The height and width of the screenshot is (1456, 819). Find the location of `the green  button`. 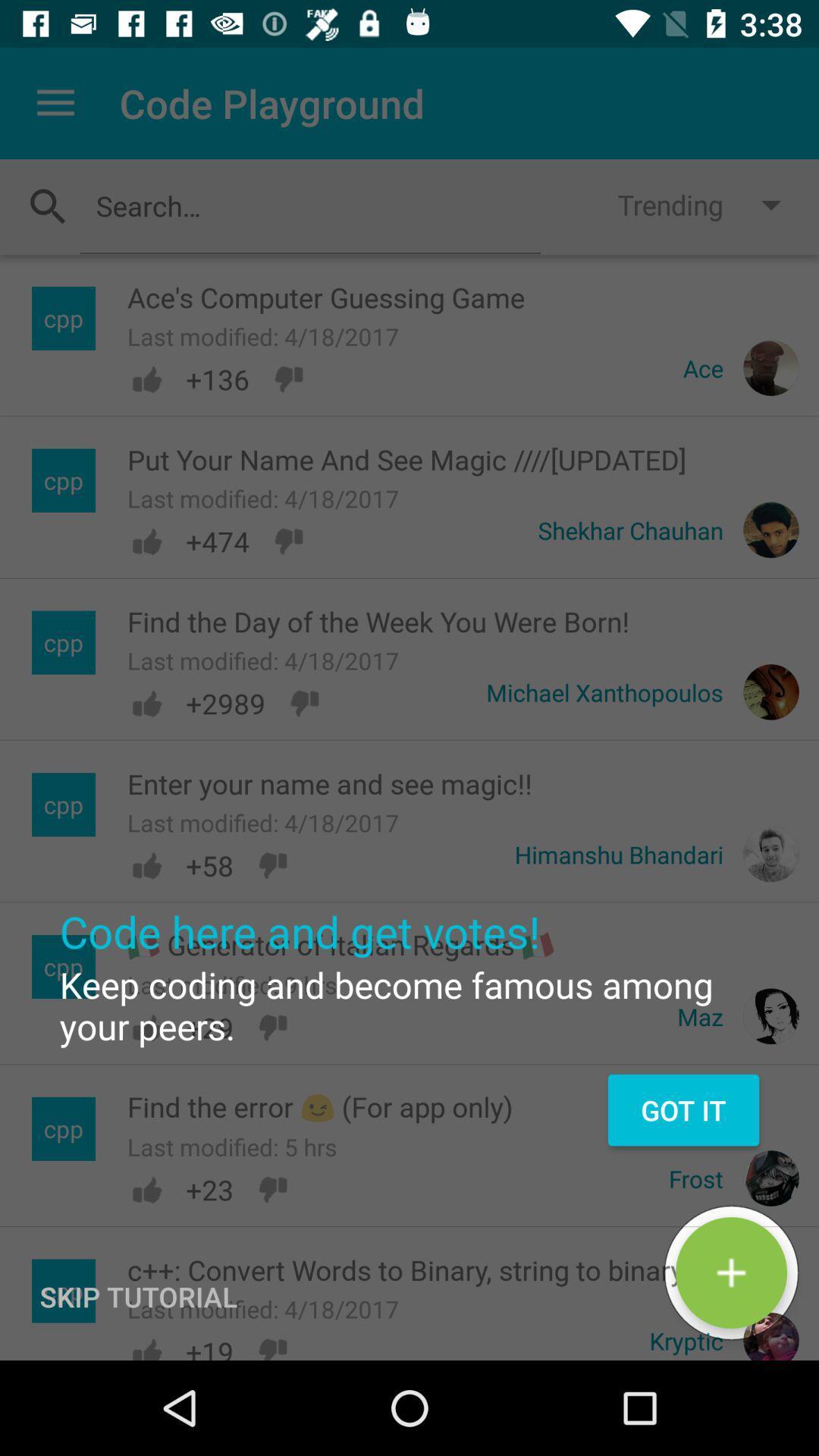

the green  button is located at coordinates (730, 1272).